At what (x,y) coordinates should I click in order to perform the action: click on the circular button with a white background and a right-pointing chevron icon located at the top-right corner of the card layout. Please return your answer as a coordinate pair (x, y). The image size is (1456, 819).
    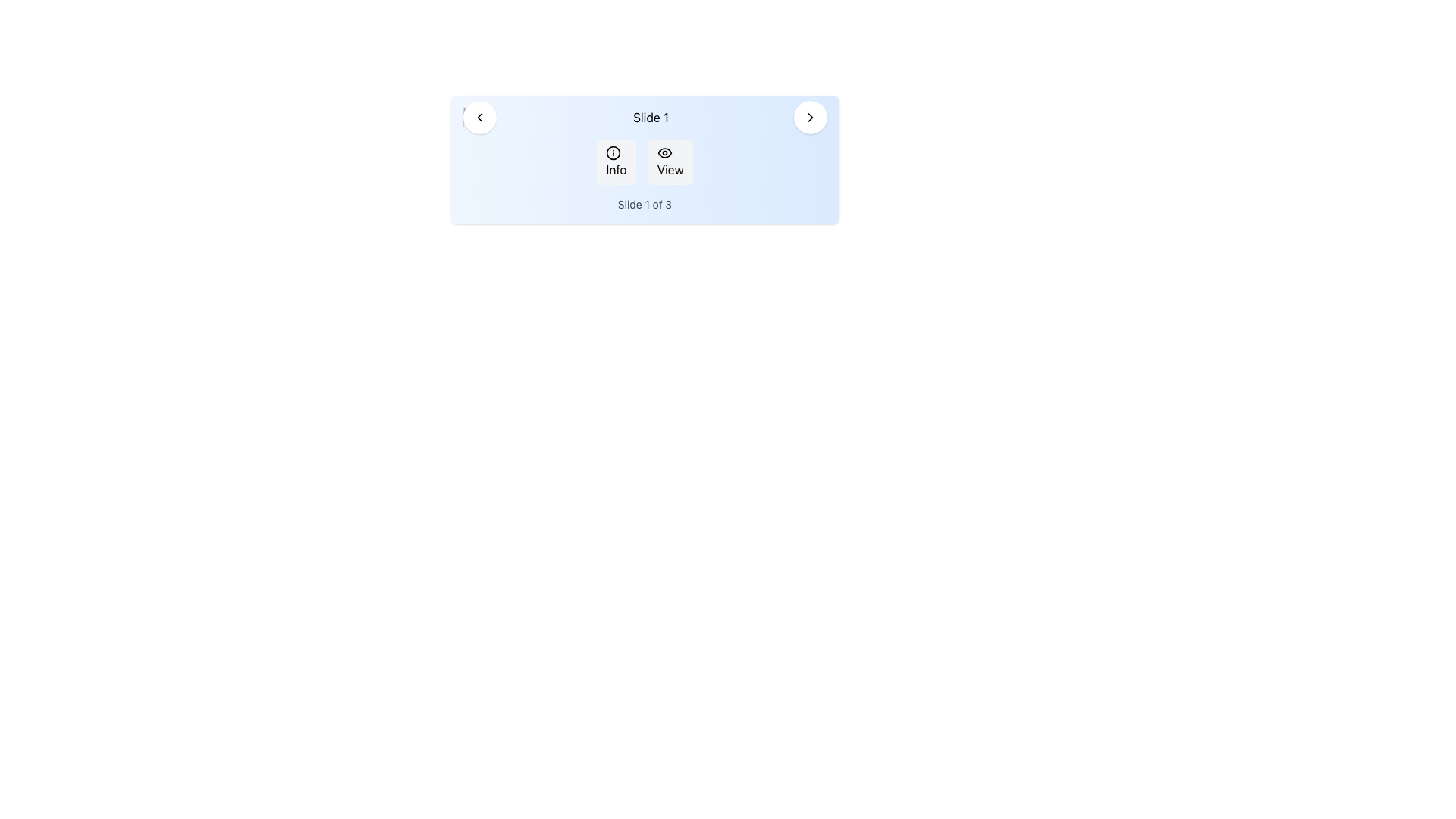
    Looking at the image, I should click on (809, 116).